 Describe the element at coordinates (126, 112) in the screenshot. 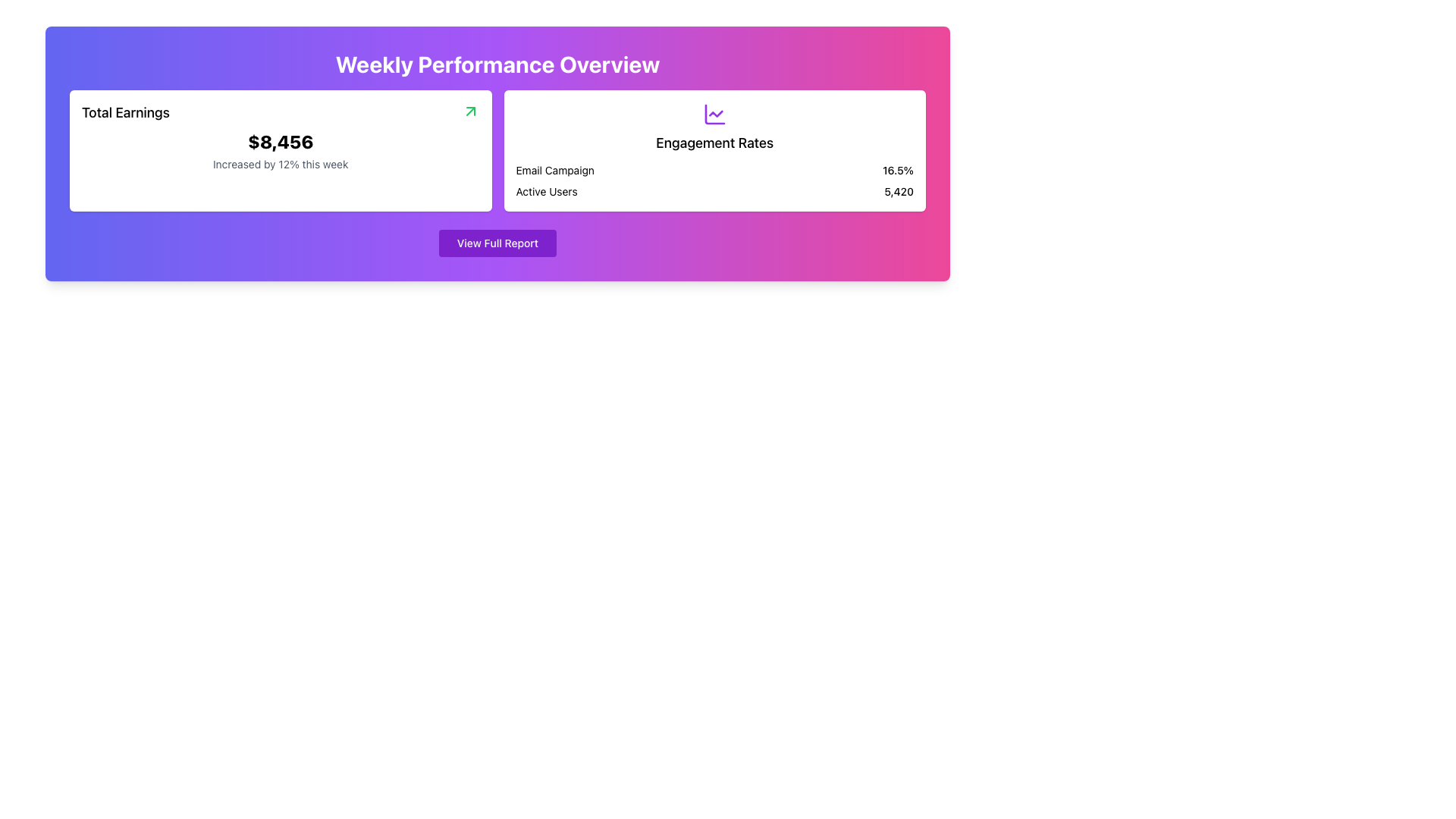

I see `the 'Total Earnings' label, which is a bold text label located at the top-left corner of a white rectangular card` at that location.